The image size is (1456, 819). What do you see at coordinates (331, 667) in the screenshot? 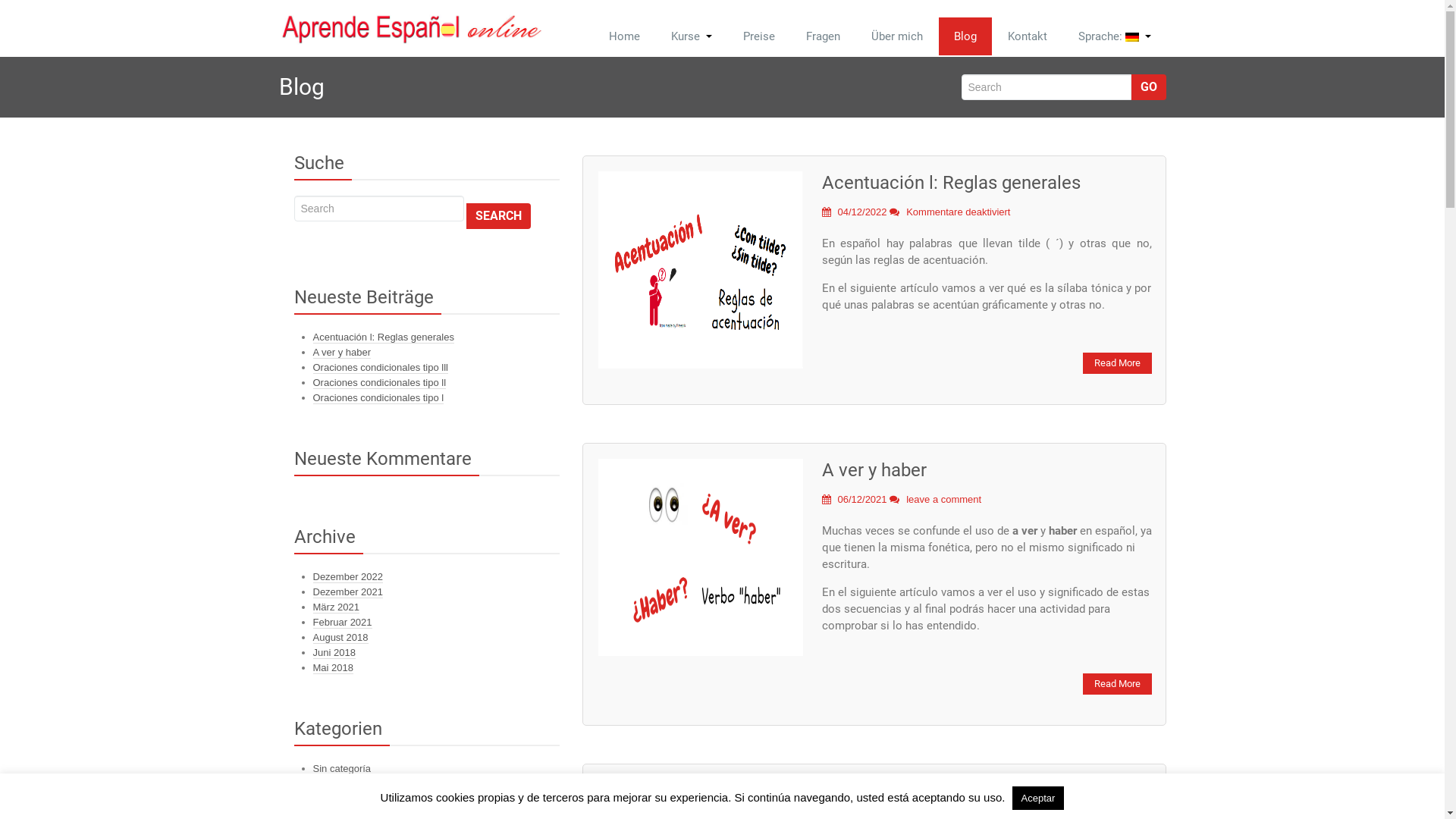
I see `'Mai 2018'` at bounding box center [331, 667].